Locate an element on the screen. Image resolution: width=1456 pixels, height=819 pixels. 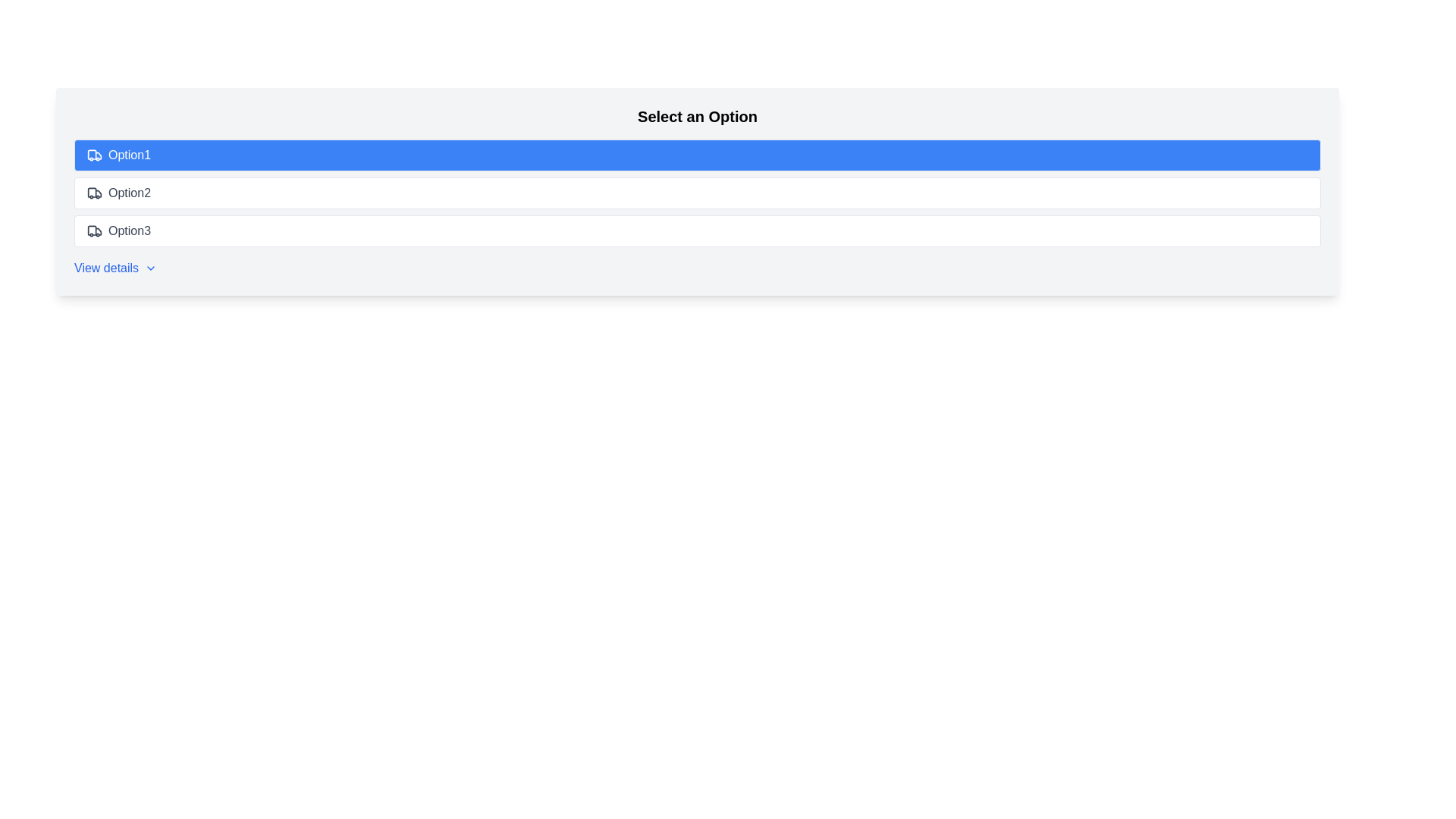
the truck icon, which is a minimalistic white icon on a blue background, located to the left of the 'Option1' text in the currently selected option row is located at coordinates (93, 155).